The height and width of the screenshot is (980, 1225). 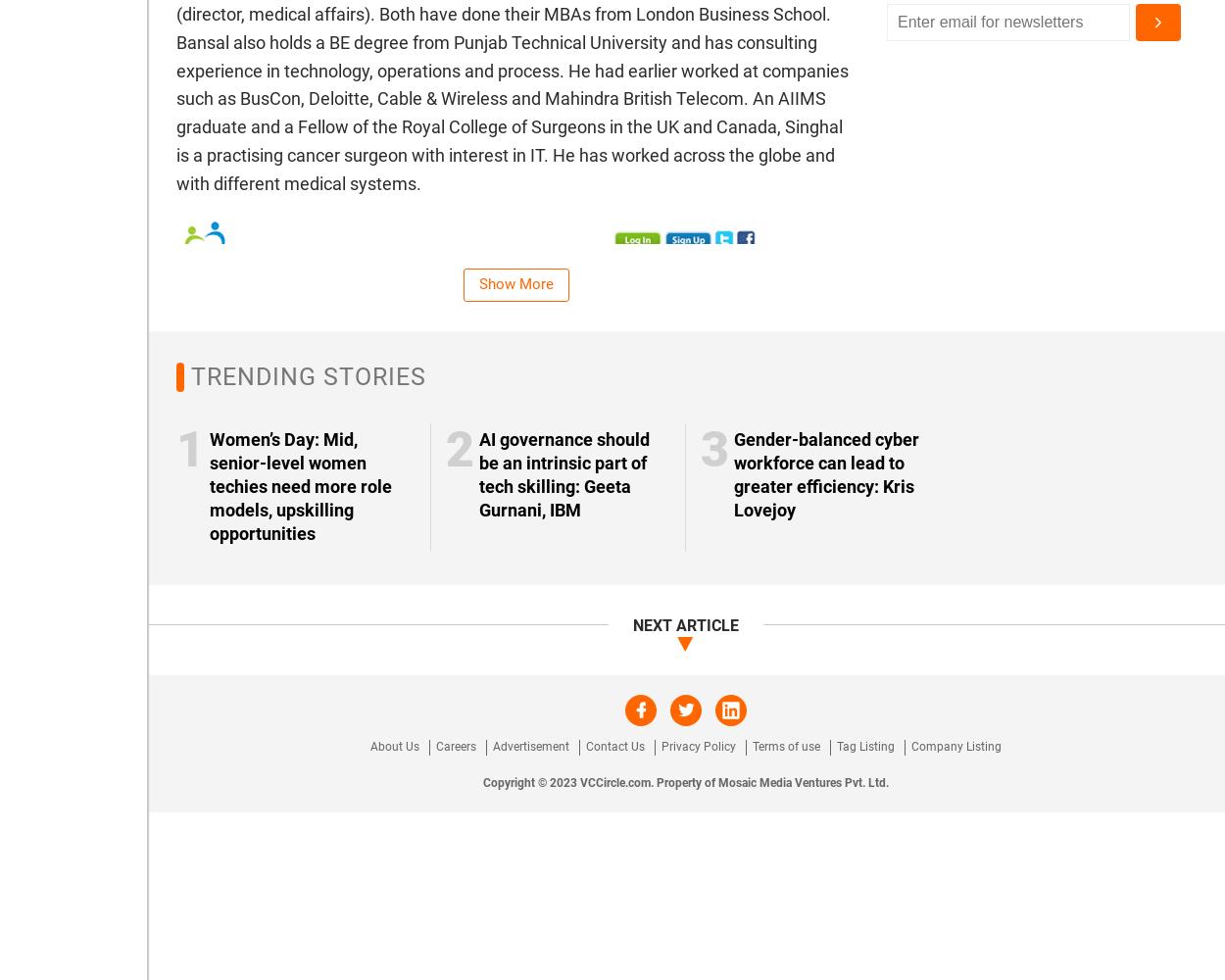 What do you see at coordinates (508, 711) in the screenshot?
I see `'The concept behind the venture is based on the fact that most people in India are not aware whom to consult for check-up and/or treatment. Earlier, there was no easy-to-access platform to search for nearest doctors who meet one's requirements (in terms of specialisation, fee, timing, etc.). The portal aggregates doctors, along with their specialisations, fees and other relevant information, enabling patients to decide when and where to go, detailed Bansal.'` at bounding box center [508, 711].